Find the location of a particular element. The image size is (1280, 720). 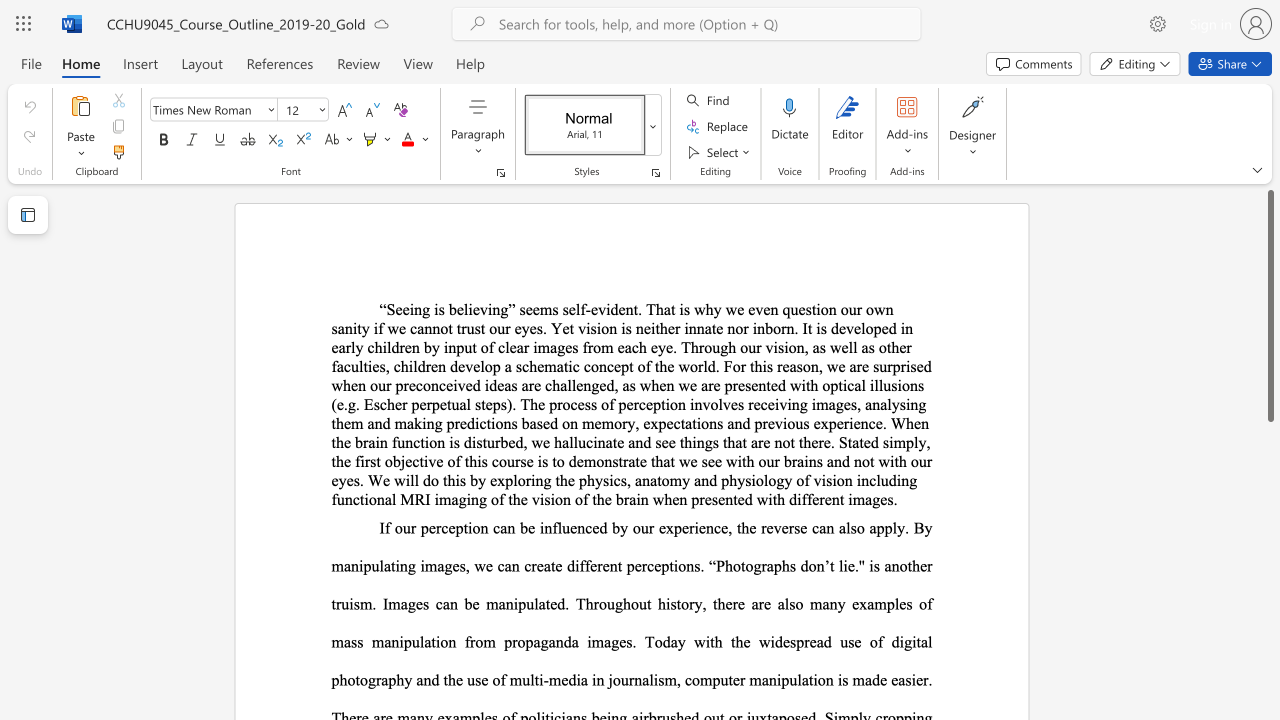

the scrollbar on the right side to scroll the page down is located at coordinates (1269, 598).